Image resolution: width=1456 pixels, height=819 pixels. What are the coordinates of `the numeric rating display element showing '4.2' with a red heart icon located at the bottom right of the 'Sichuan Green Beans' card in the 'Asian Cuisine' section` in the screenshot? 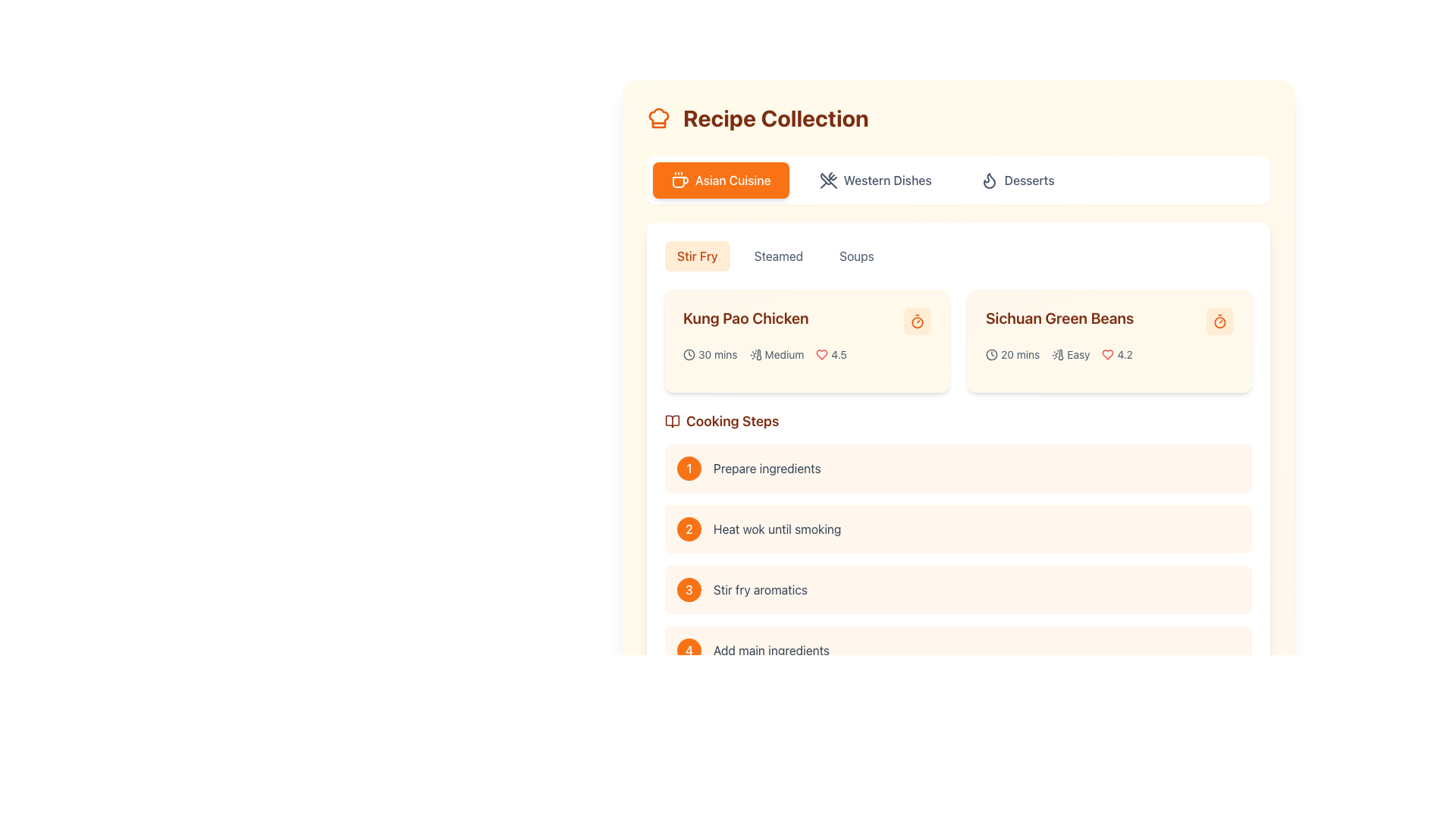 It's located at (1117, 354).